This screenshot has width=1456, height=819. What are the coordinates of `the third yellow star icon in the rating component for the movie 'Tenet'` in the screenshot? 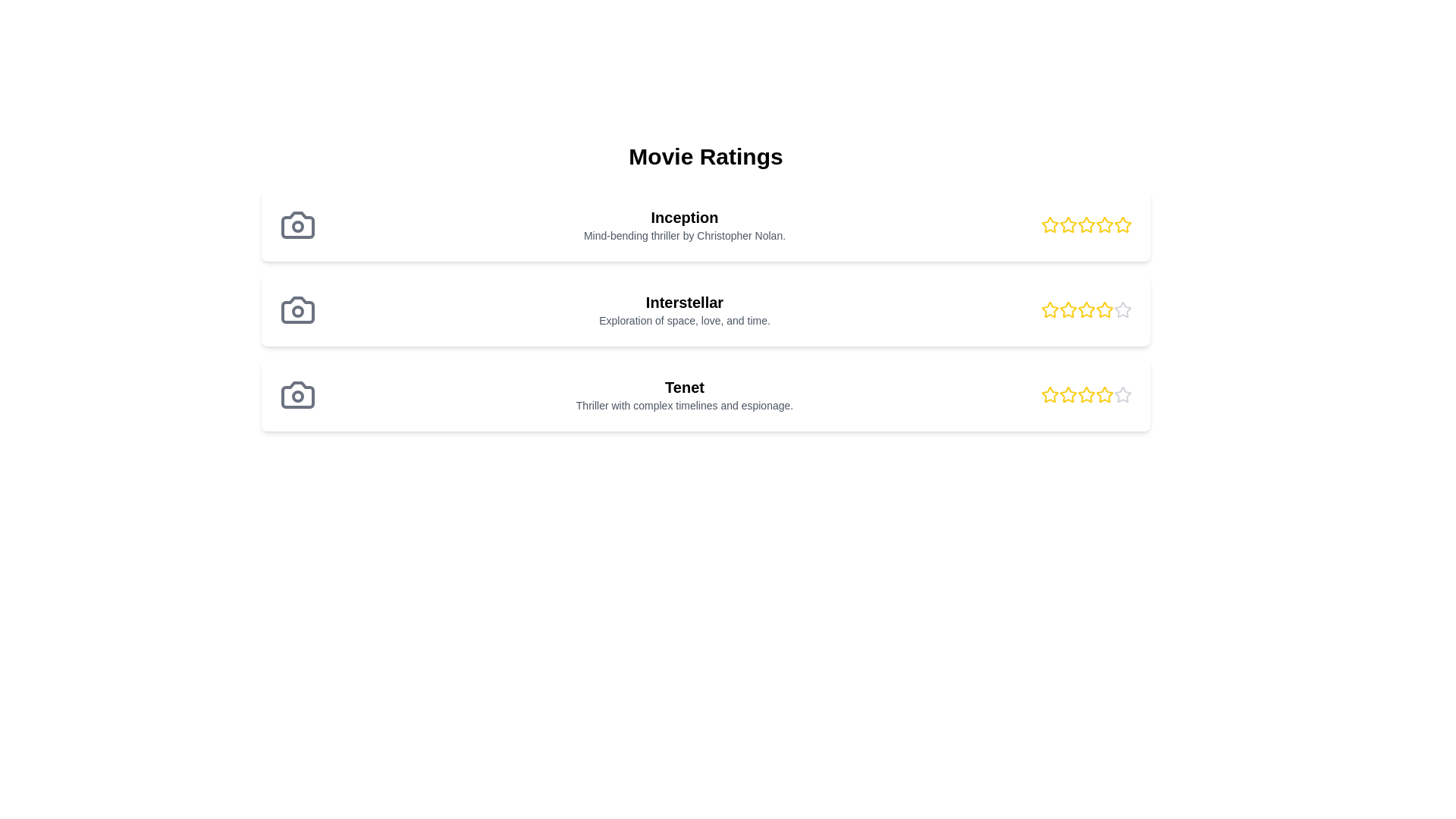 It's located at (1103, 394).